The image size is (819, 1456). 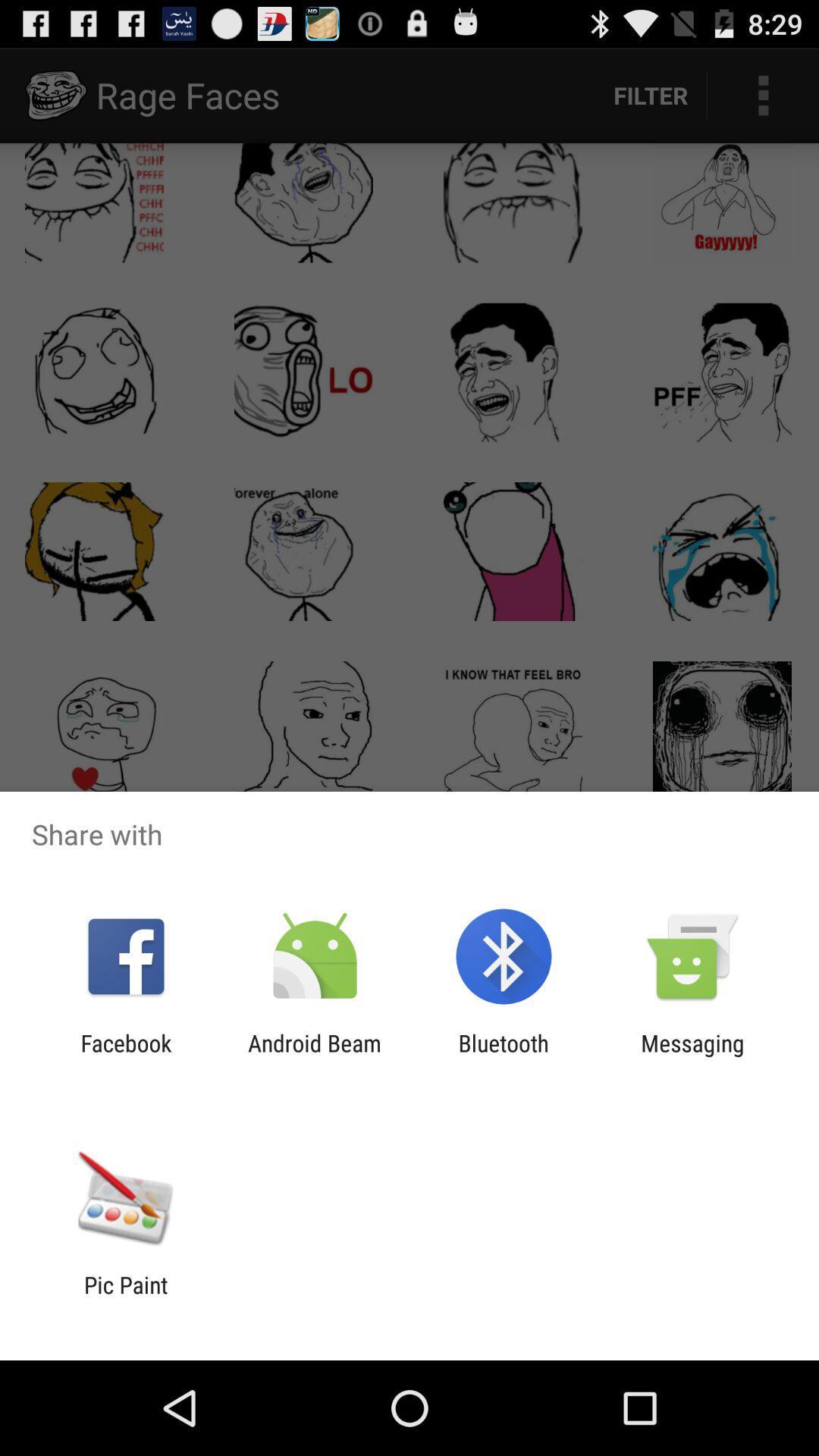 I want to click on android beam item, so click(x=314, y=1056).